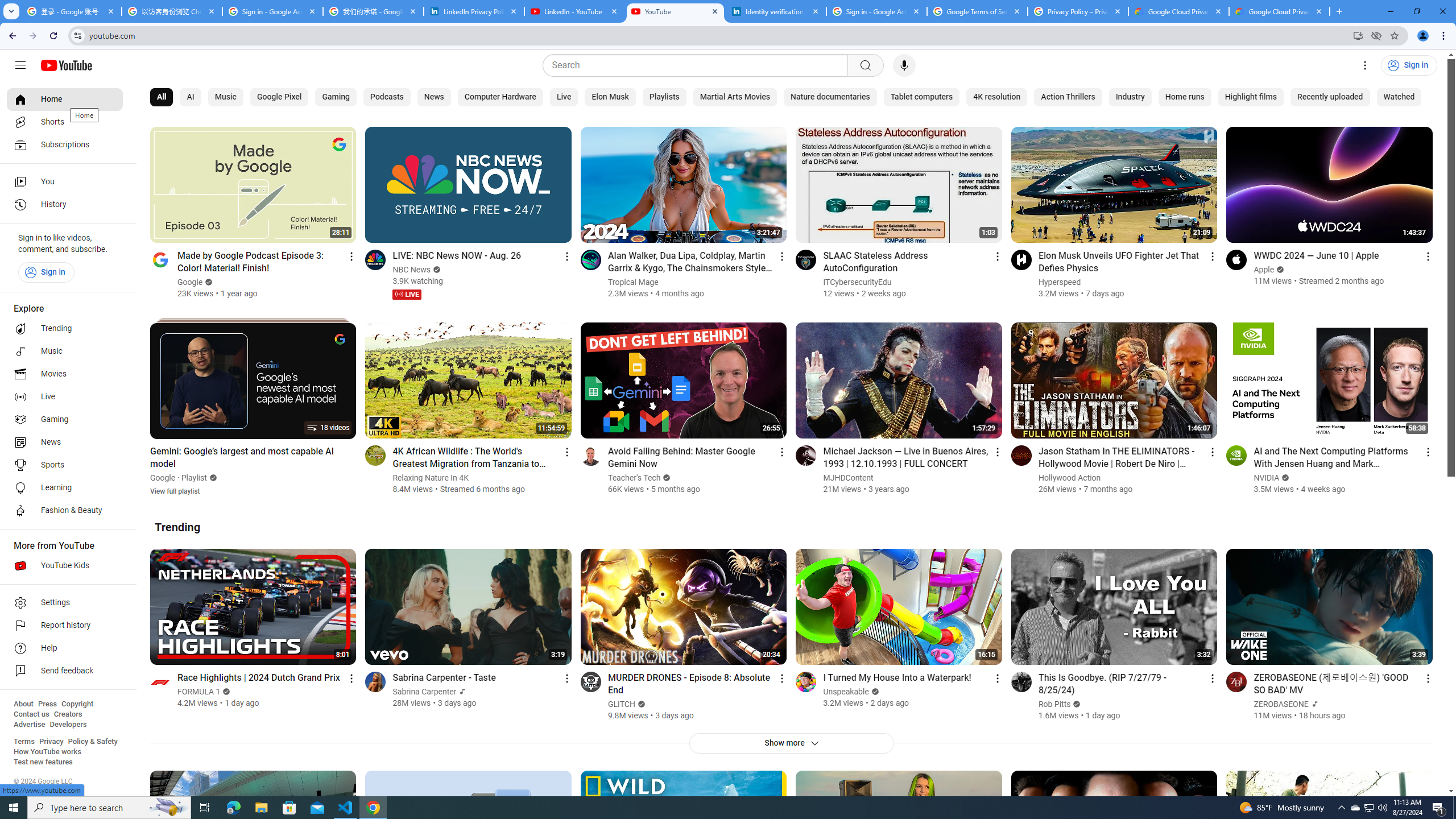  I want to click on 'ITCybersecurityEdu', so click(857, 282).